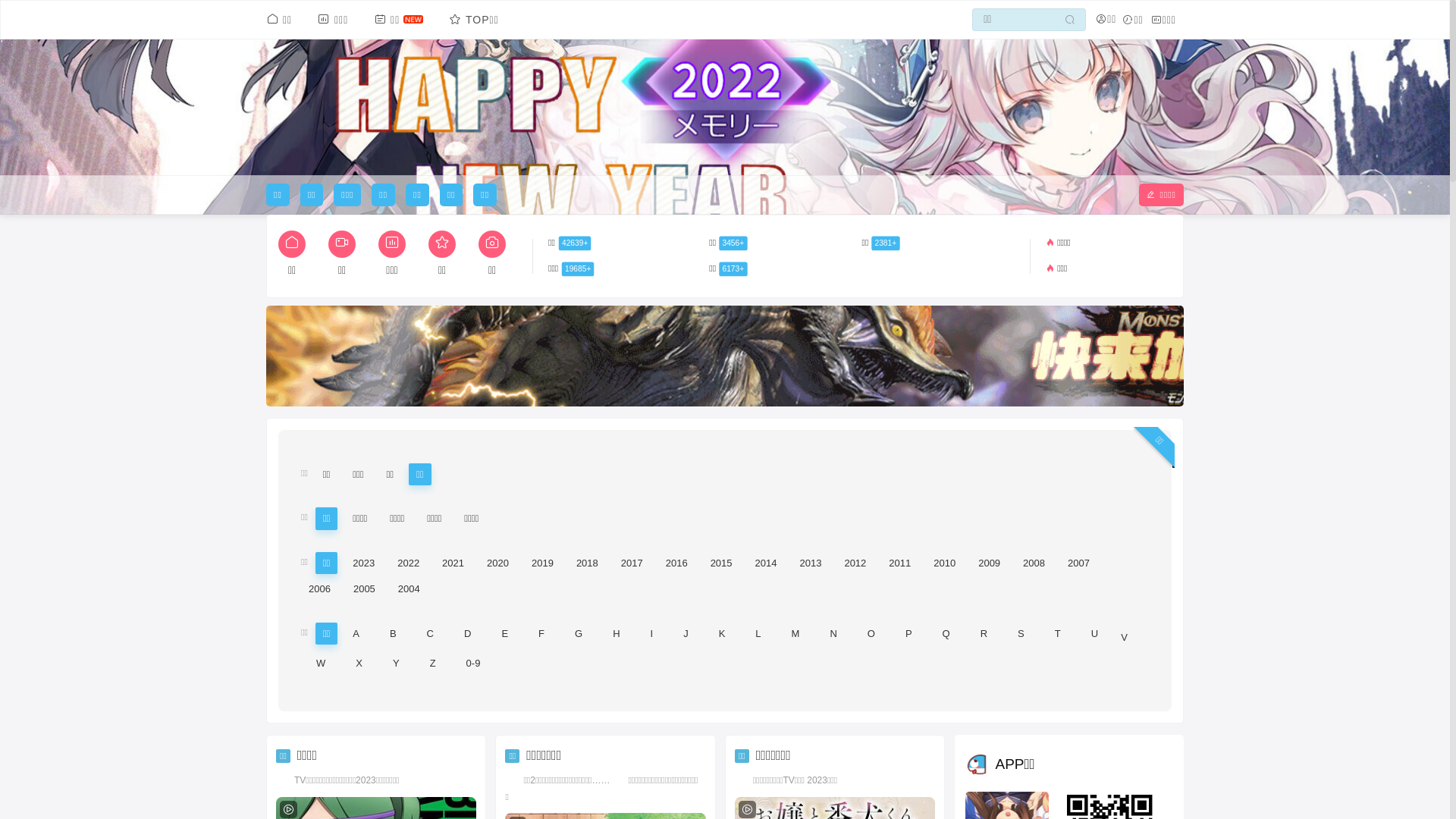 The height and width of the screenshot is (819, 1456). Describe the element at coordinates (676, 563) in the screenshot. I see `'2016'` at that location.